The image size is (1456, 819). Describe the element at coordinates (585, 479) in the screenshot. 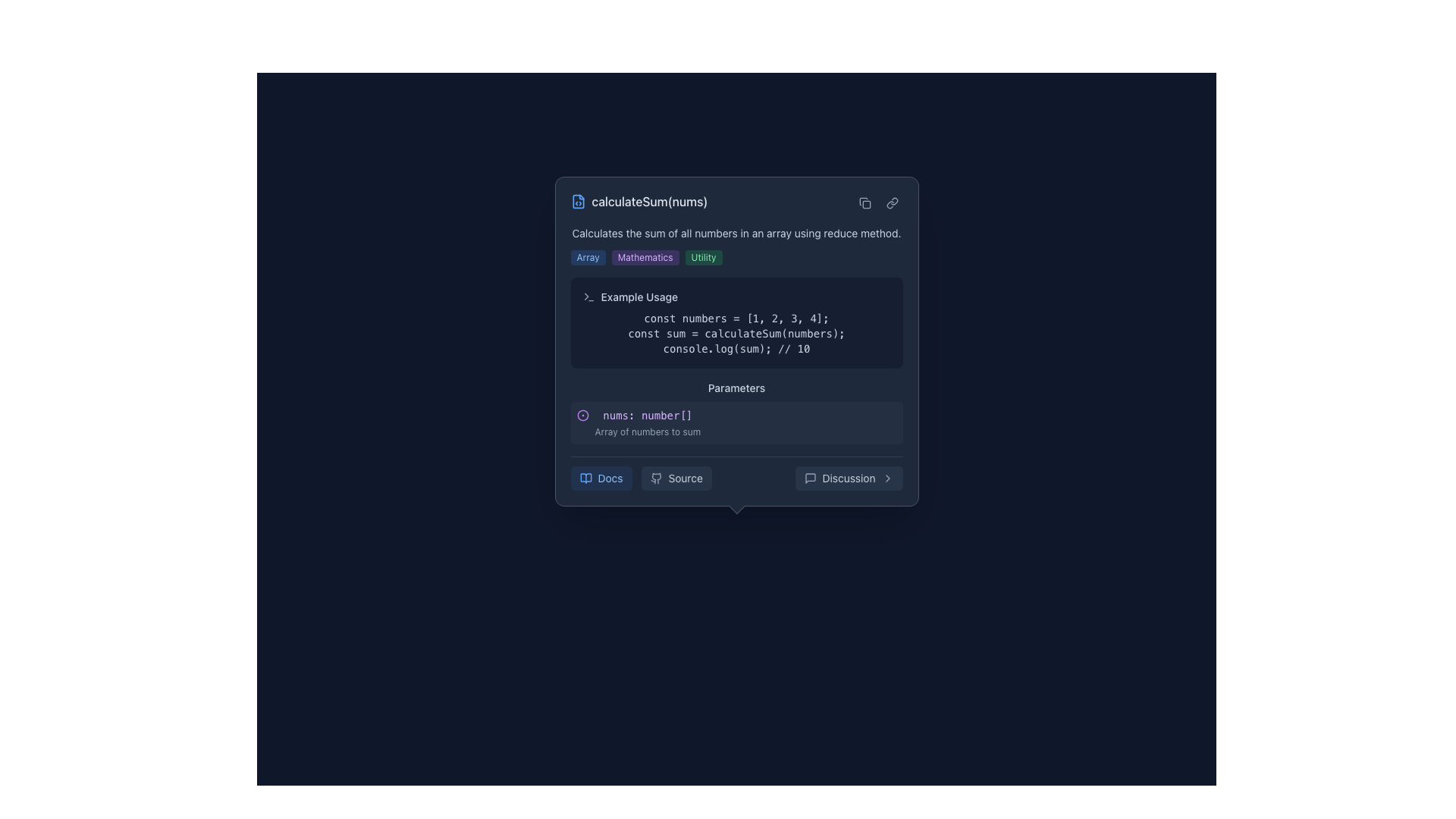

I see `the documentation icon located to the left of the 'Docs' button at the bottom left of the informational card` at that location.